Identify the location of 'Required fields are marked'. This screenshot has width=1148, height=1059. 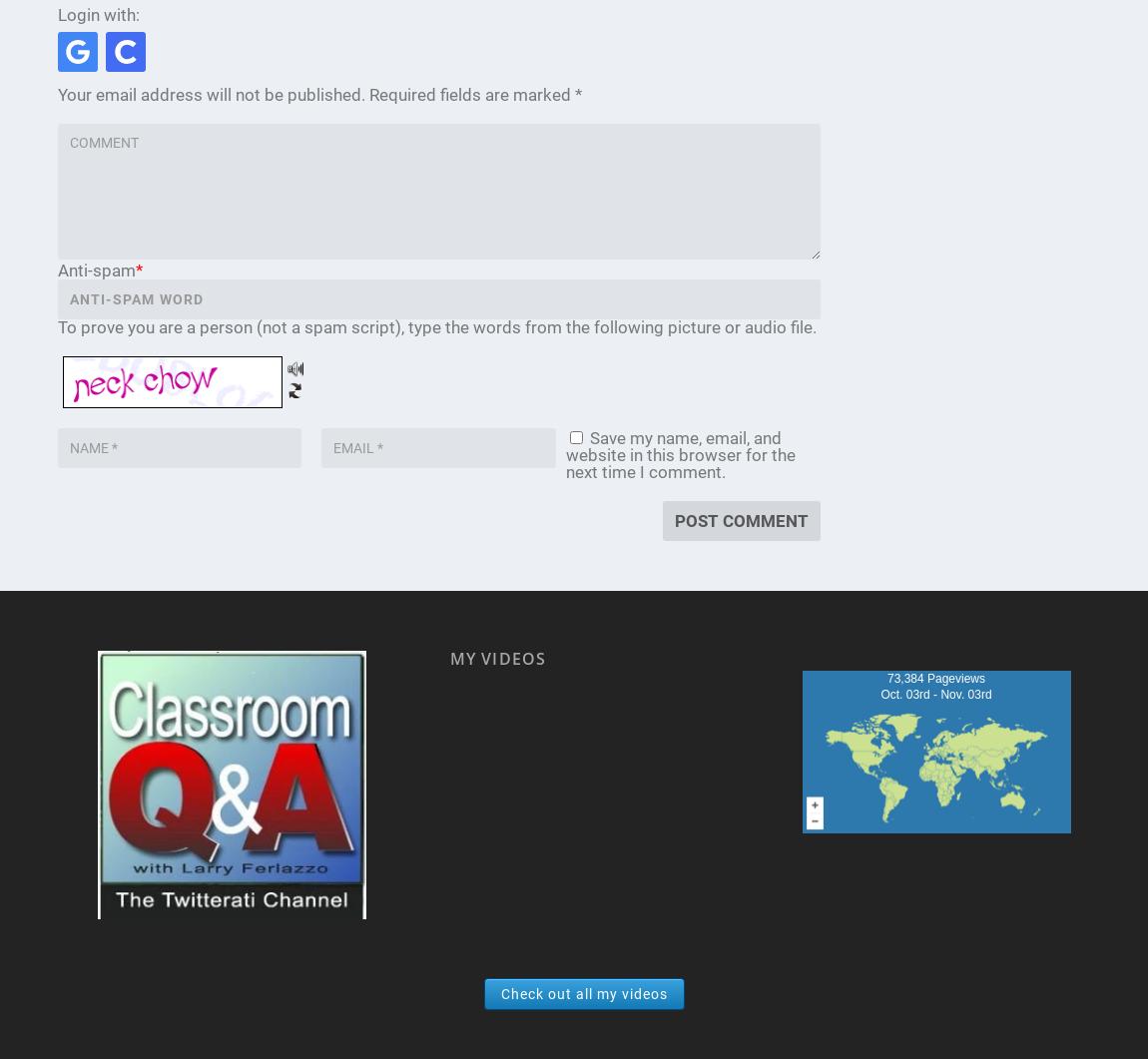
(470, 94).